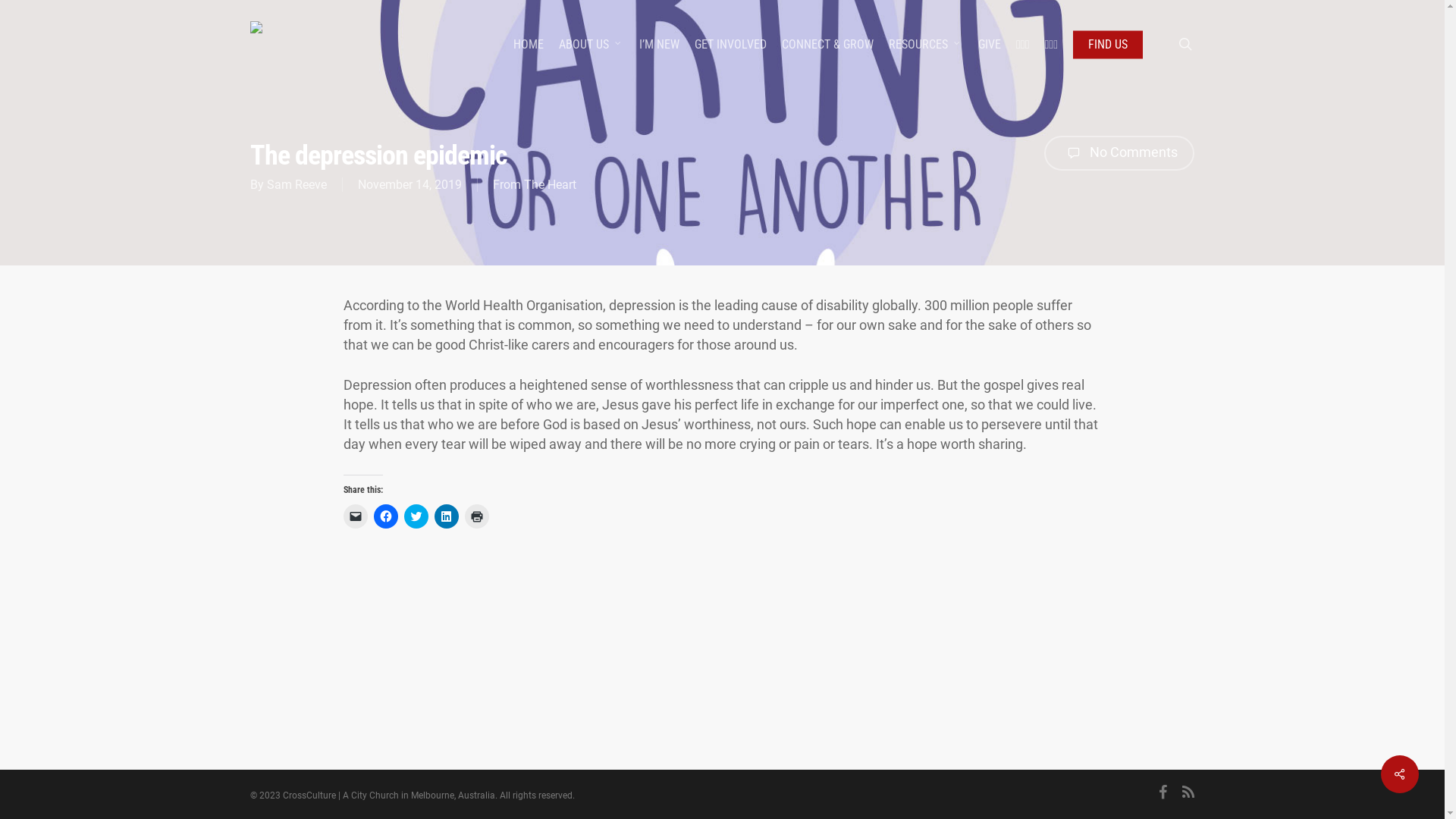 The height and width of the screenshot is (819, 1456). What do you see at coordinates (730, 42) in the screenshot?
I see `'GET INVOLVED'` at bounding box center [730, 42].